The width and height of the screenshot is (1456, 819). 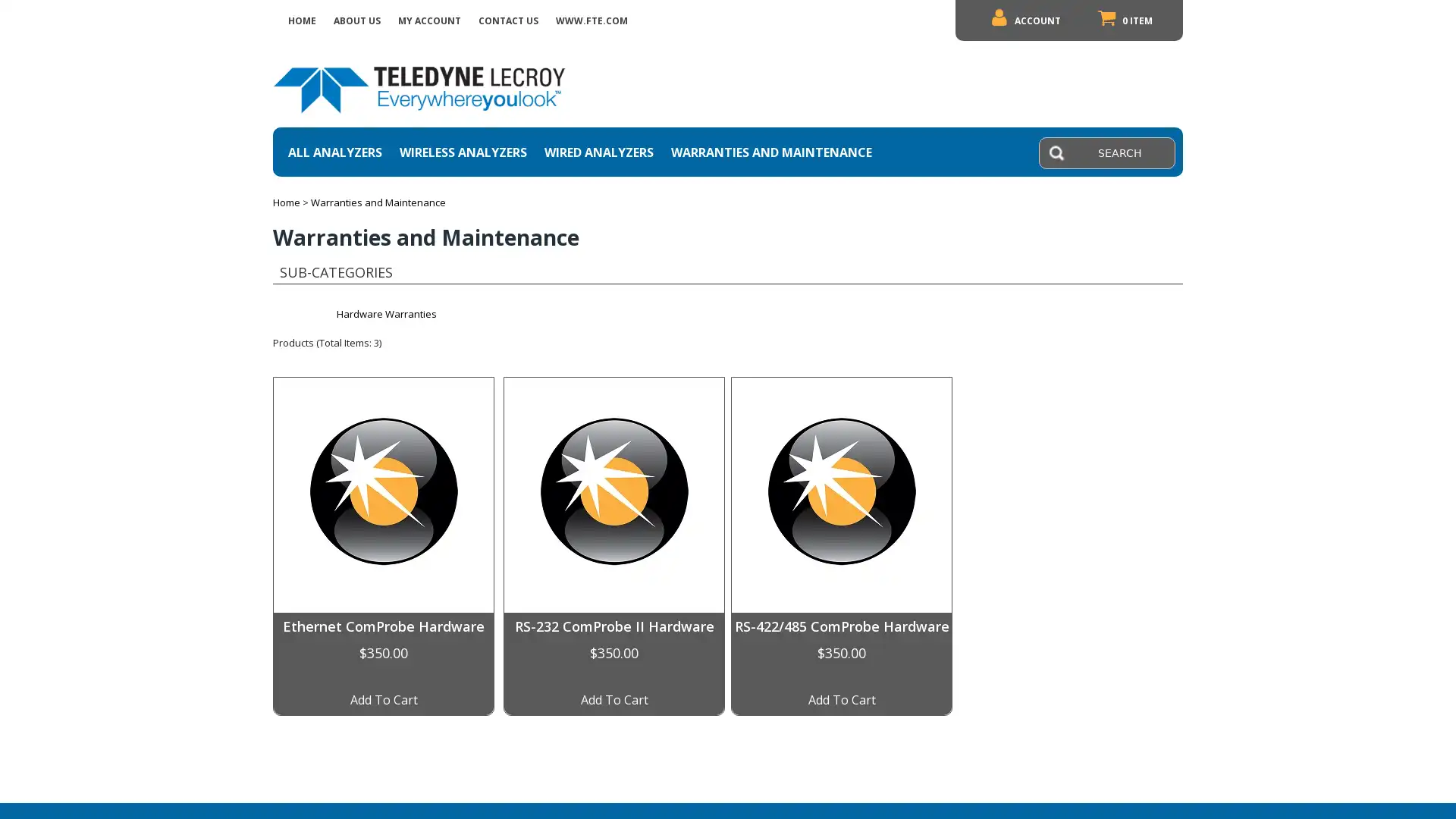 What do you see at coordinates (840, 698) in the screenshot?
I see `Add To Cart` at bounding box center [840, 698].